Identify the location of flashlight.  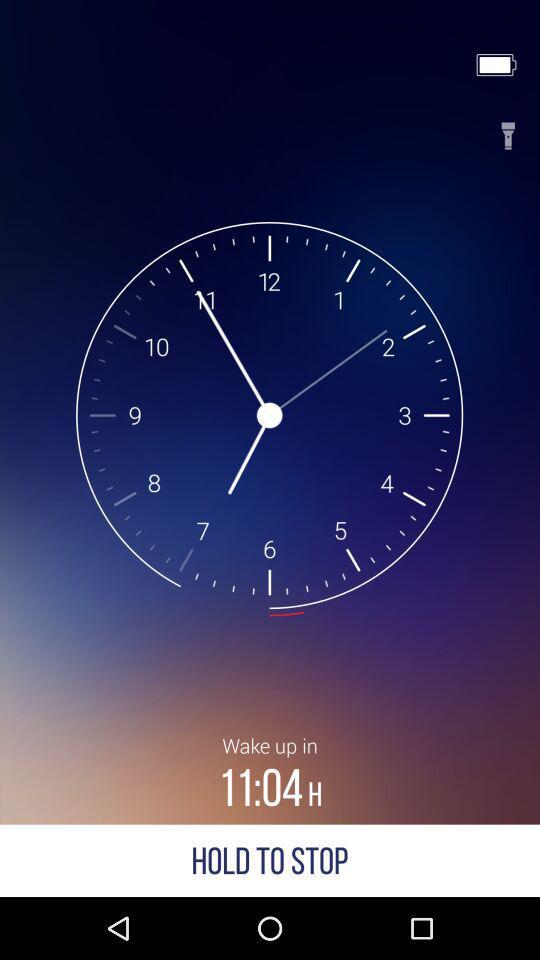
(508, 129).